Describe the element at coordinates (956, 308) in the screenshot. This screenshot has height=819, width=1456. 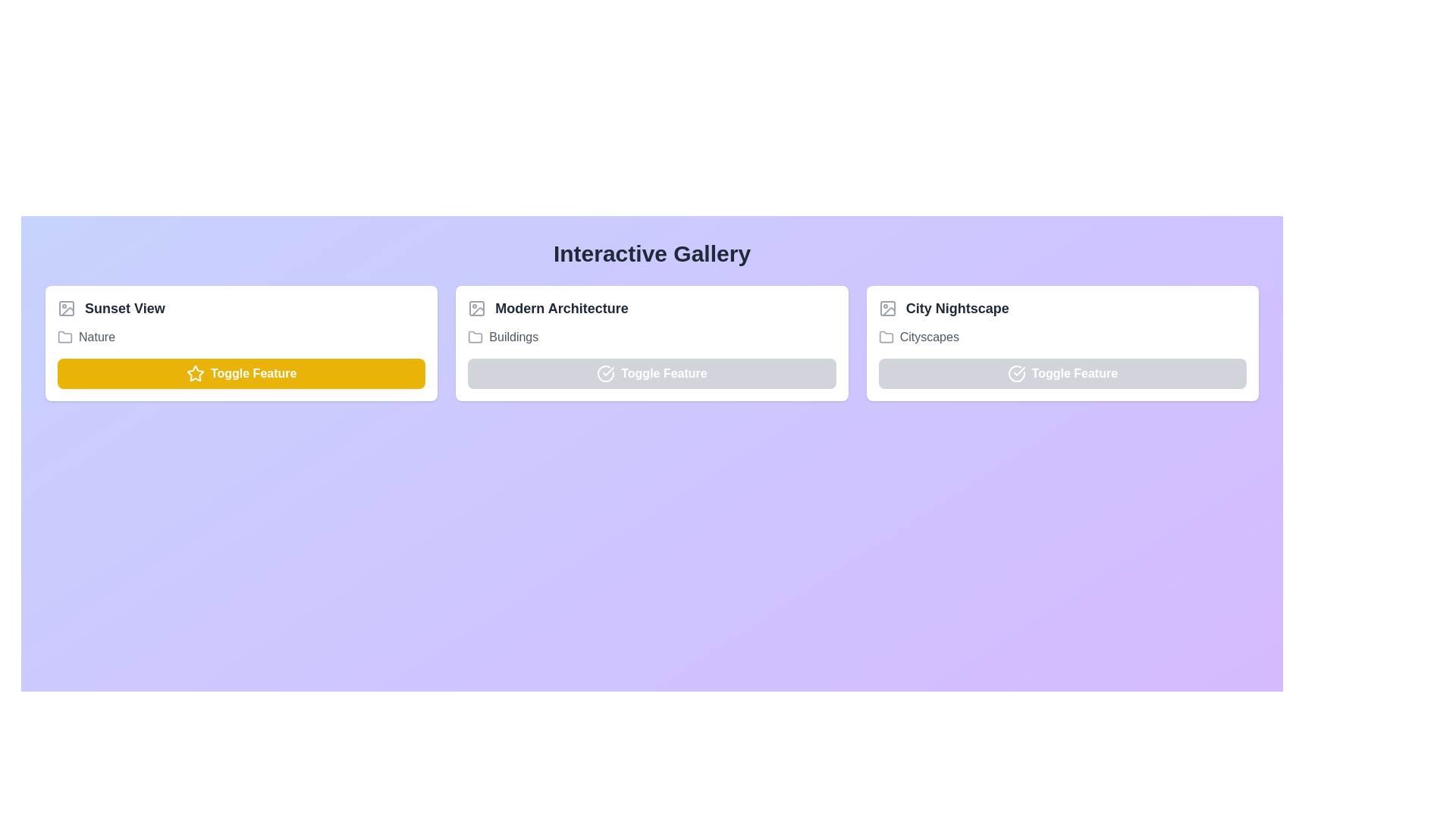
I see `the text label reading 'City Nightscape' styled in a large bold font` at that location.